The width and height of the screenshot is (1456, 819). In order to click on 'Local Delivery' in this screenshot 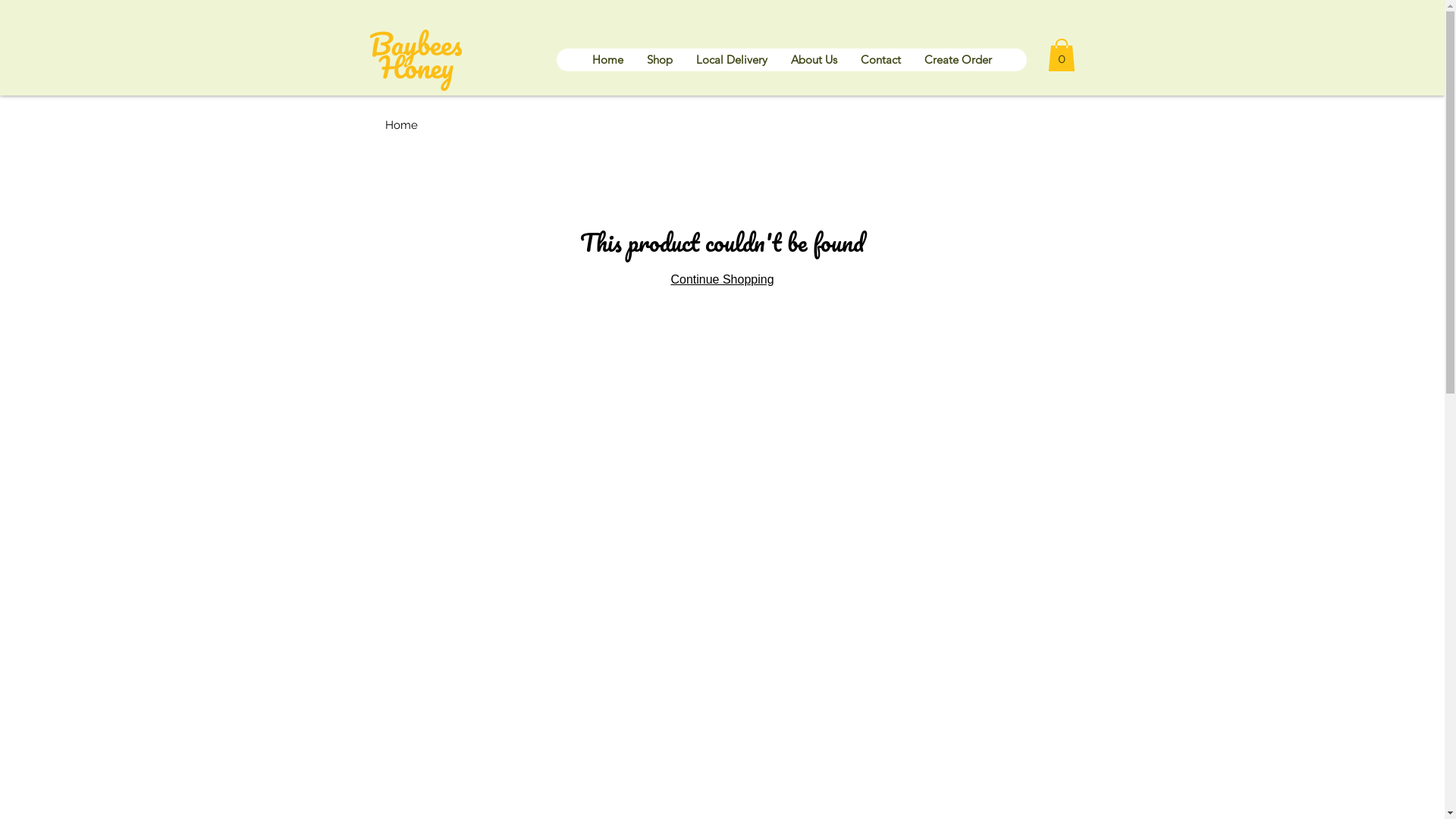, I will do `click(683, 58)`.